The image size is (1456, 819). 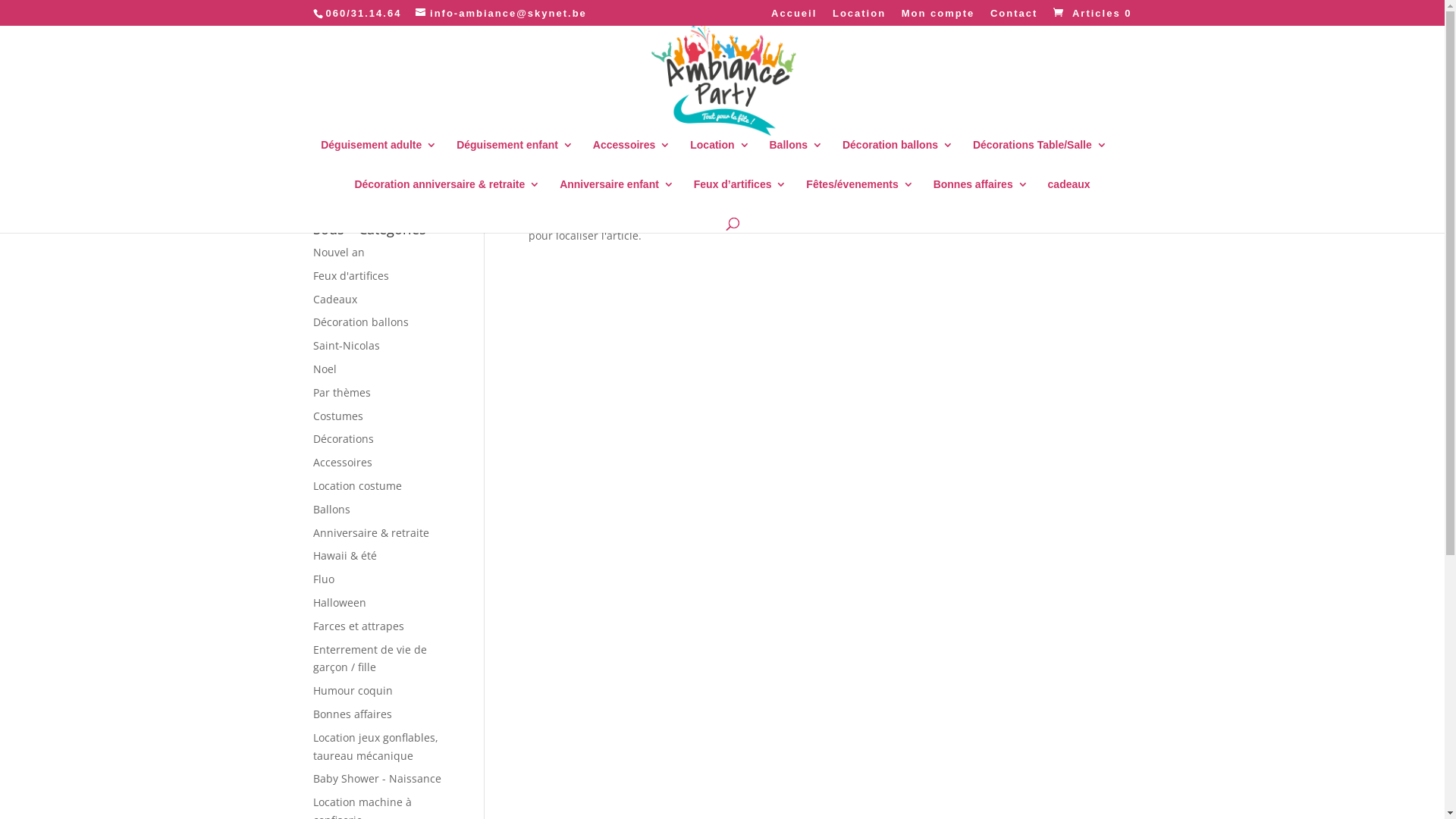 What do you see at coordinates (351, 690) in the screenshot?
I see `'Humour coquin'` at bounding box center [351, 690].